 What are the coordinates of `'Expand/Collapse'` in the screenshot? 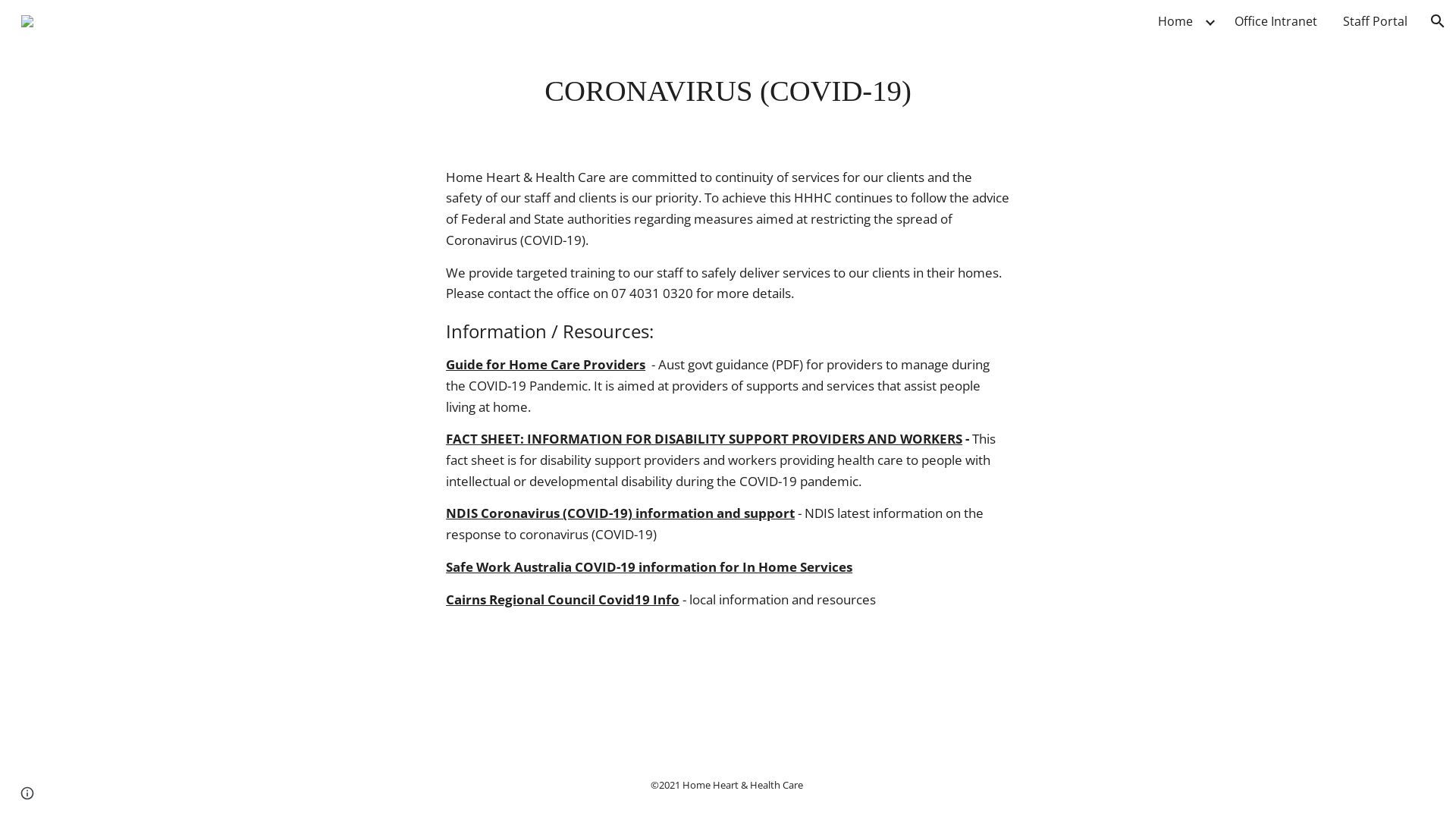 It's located at (1201, 20).